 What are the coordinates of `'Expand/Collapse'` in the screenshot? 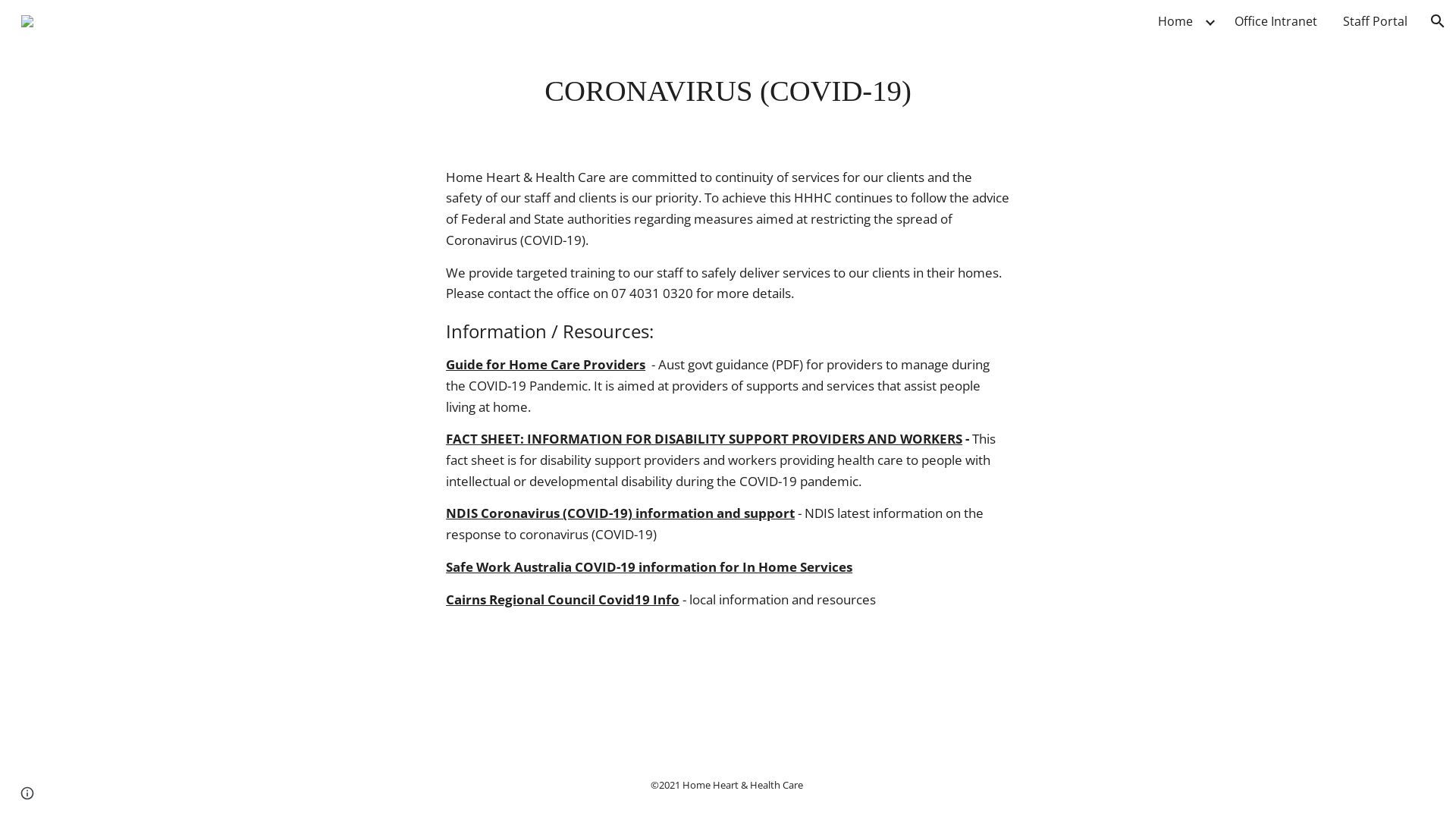 It's located at (1201, 20).